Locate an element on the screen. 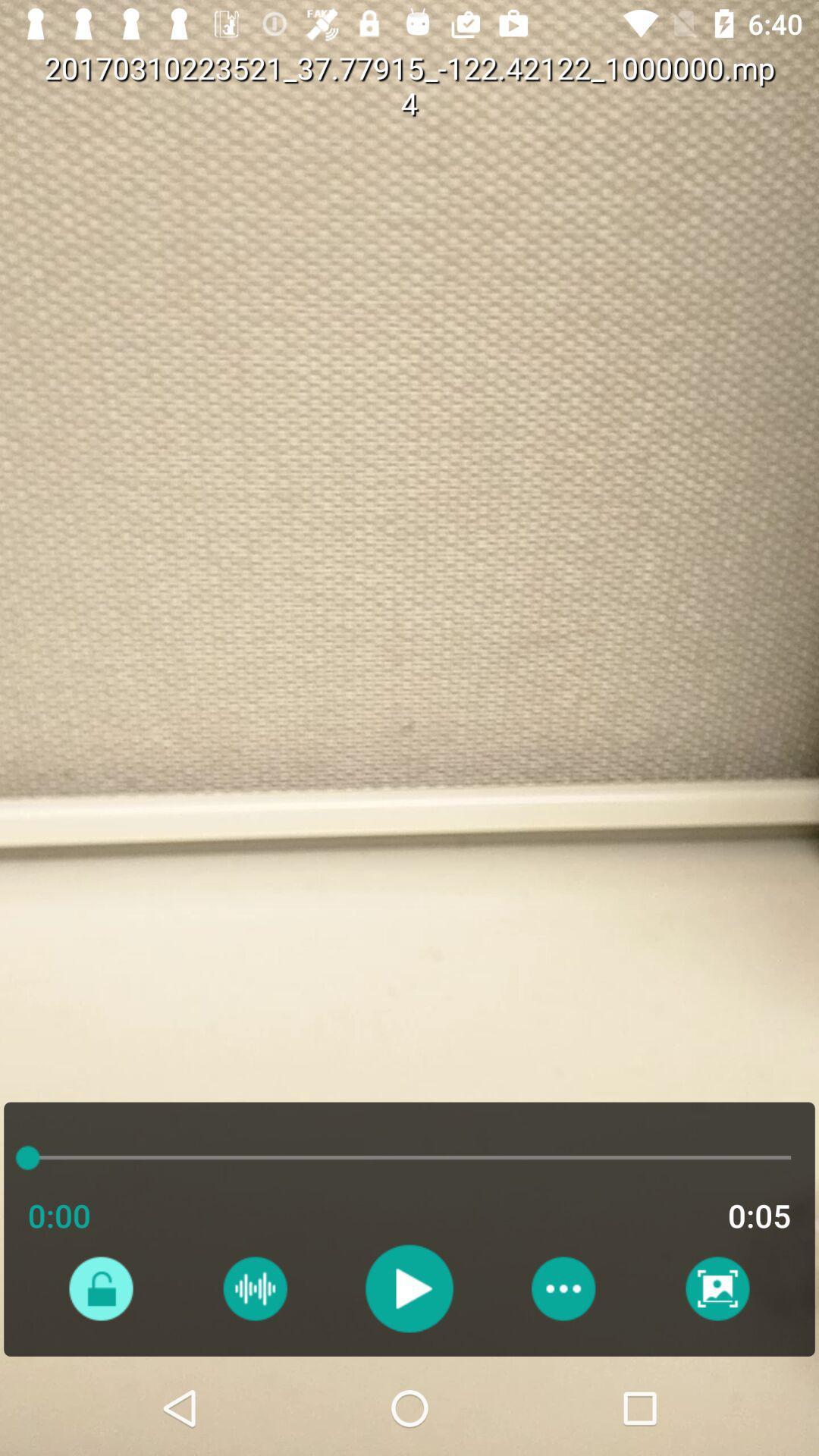 The height and width of the screenshot is (1456, 819). the globe icon is located at coordinates (254, 1288).